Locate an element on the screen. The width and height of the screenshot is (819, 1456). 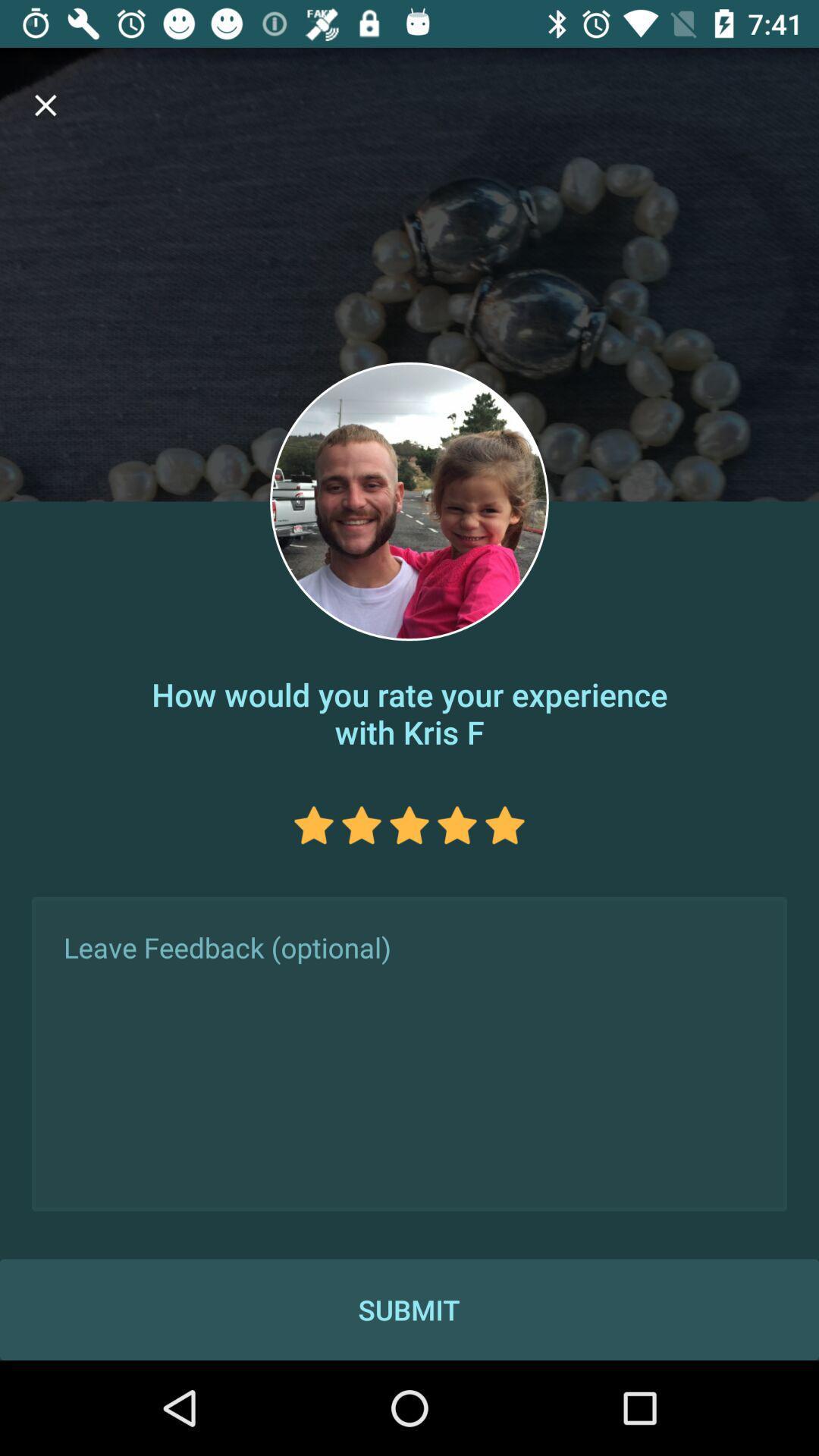
star rating is located at coordinates (409, 824).